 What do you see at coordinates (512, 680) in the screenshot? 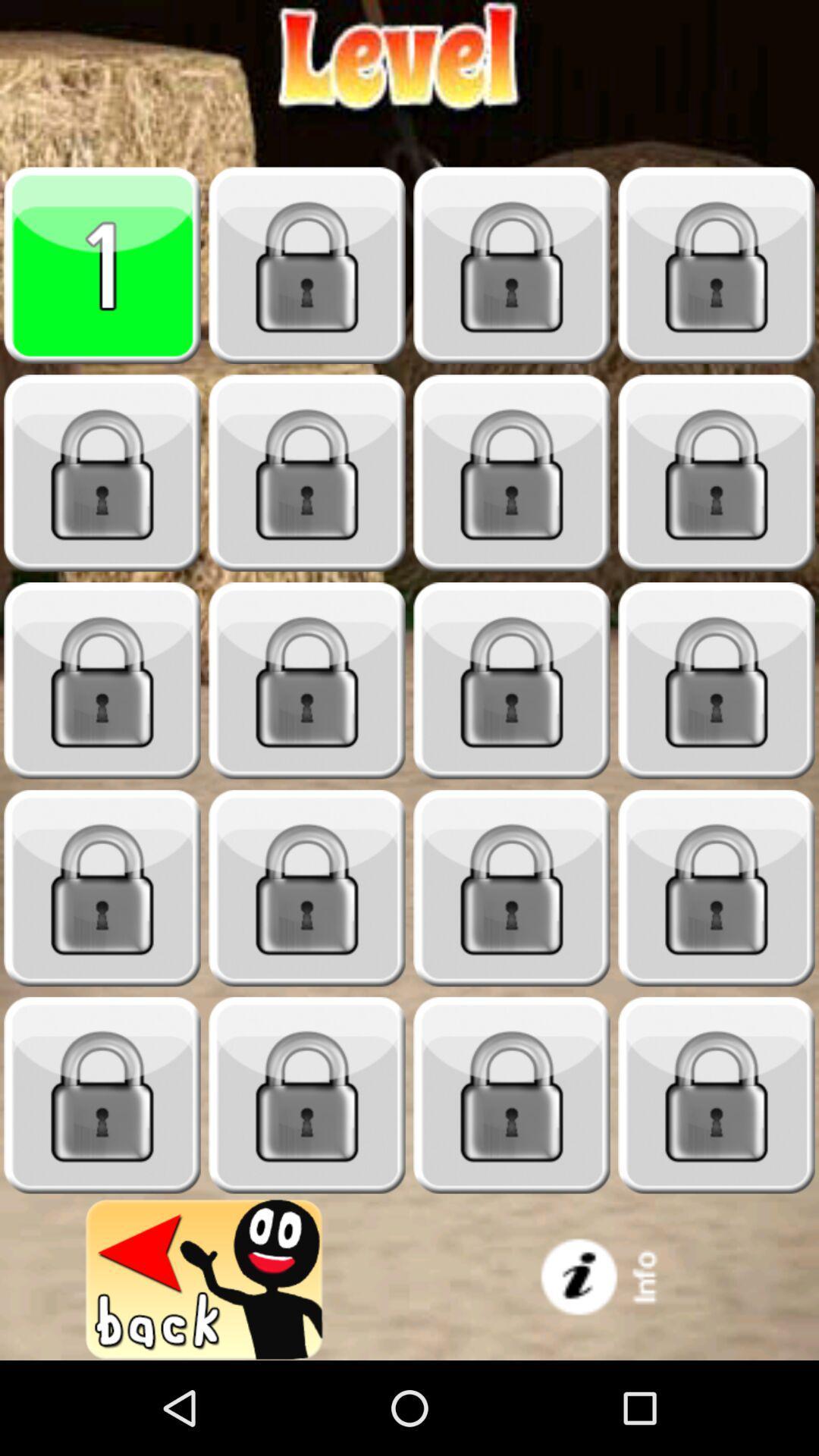
I see `lock 11` at bounding box center [512, 680].